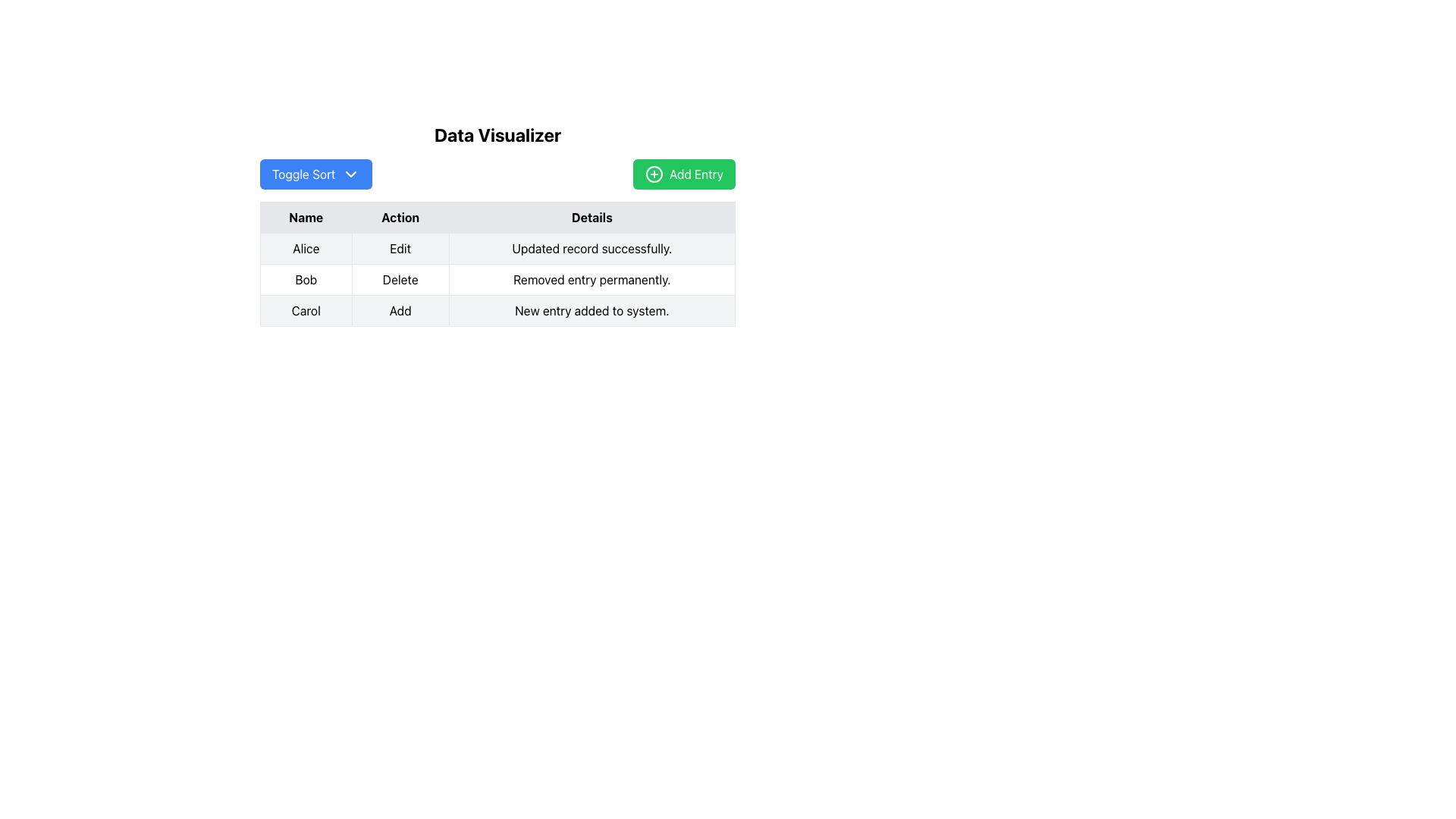 This screenshot has height=819, width=1456. Describe the element at coordinates (654, 174) in the screenshot. I see `the circle in the center of the green 'Add Entry' button, which signifies the action of adding a new record or item` at that location.